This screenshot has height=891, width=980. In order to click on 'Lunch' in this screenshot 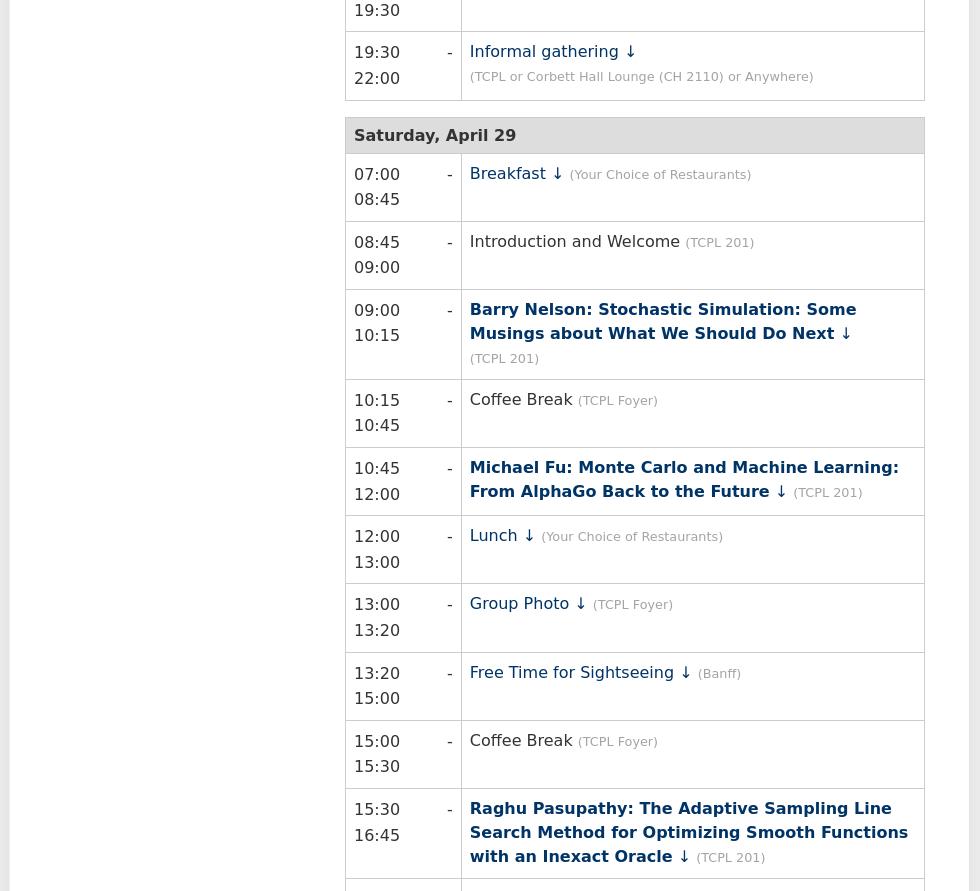, I will do `click(493, 535)`.